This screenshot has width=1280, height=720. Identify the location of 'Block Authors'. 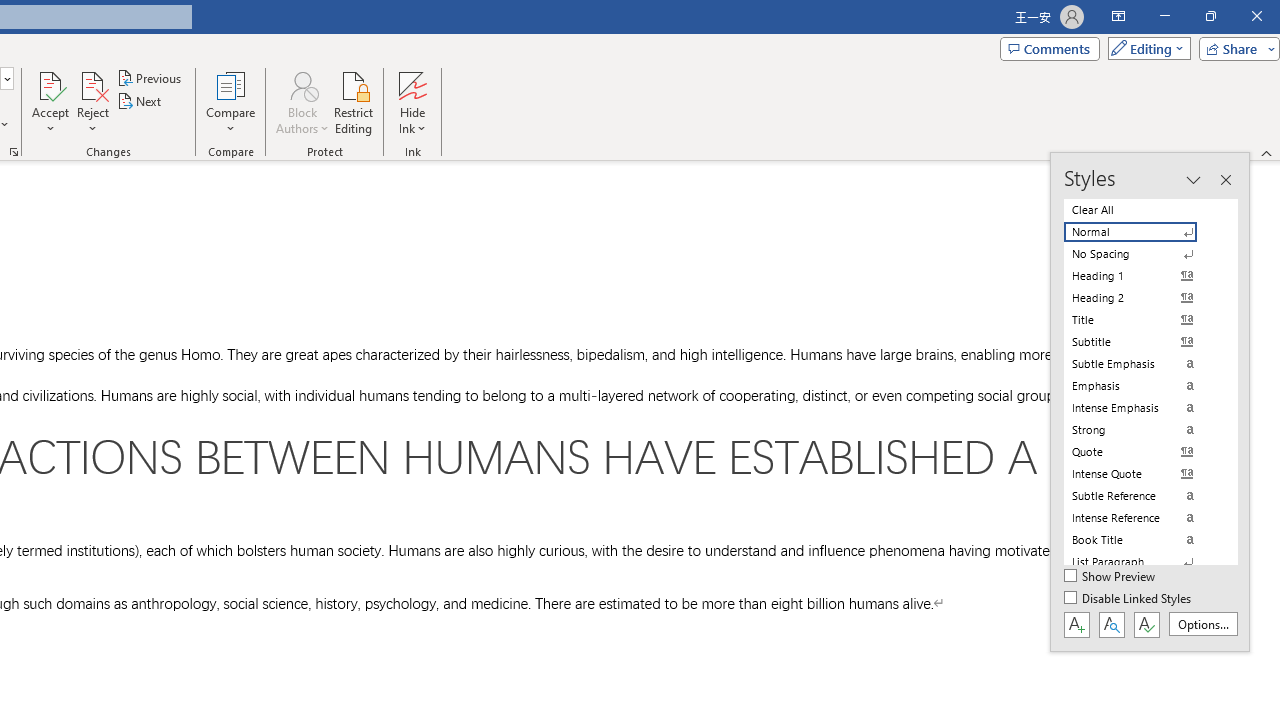
(301, 84).